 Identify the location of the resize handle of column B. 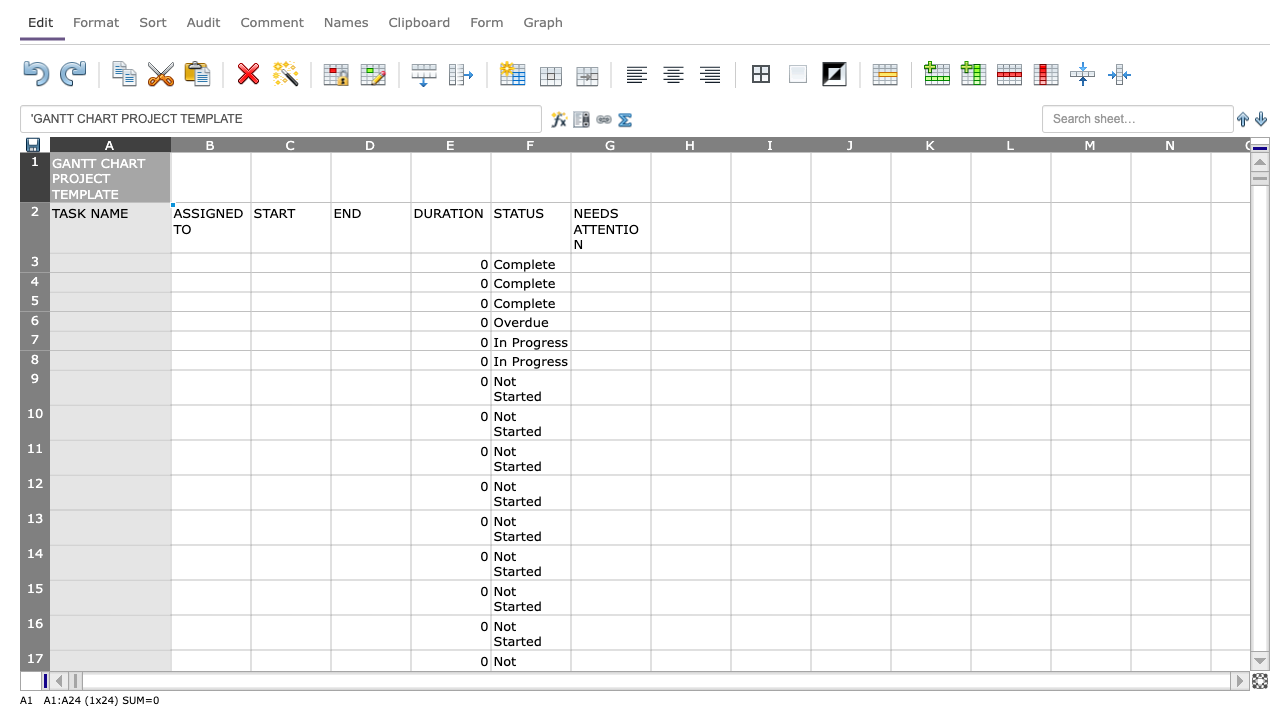
(250, 143).